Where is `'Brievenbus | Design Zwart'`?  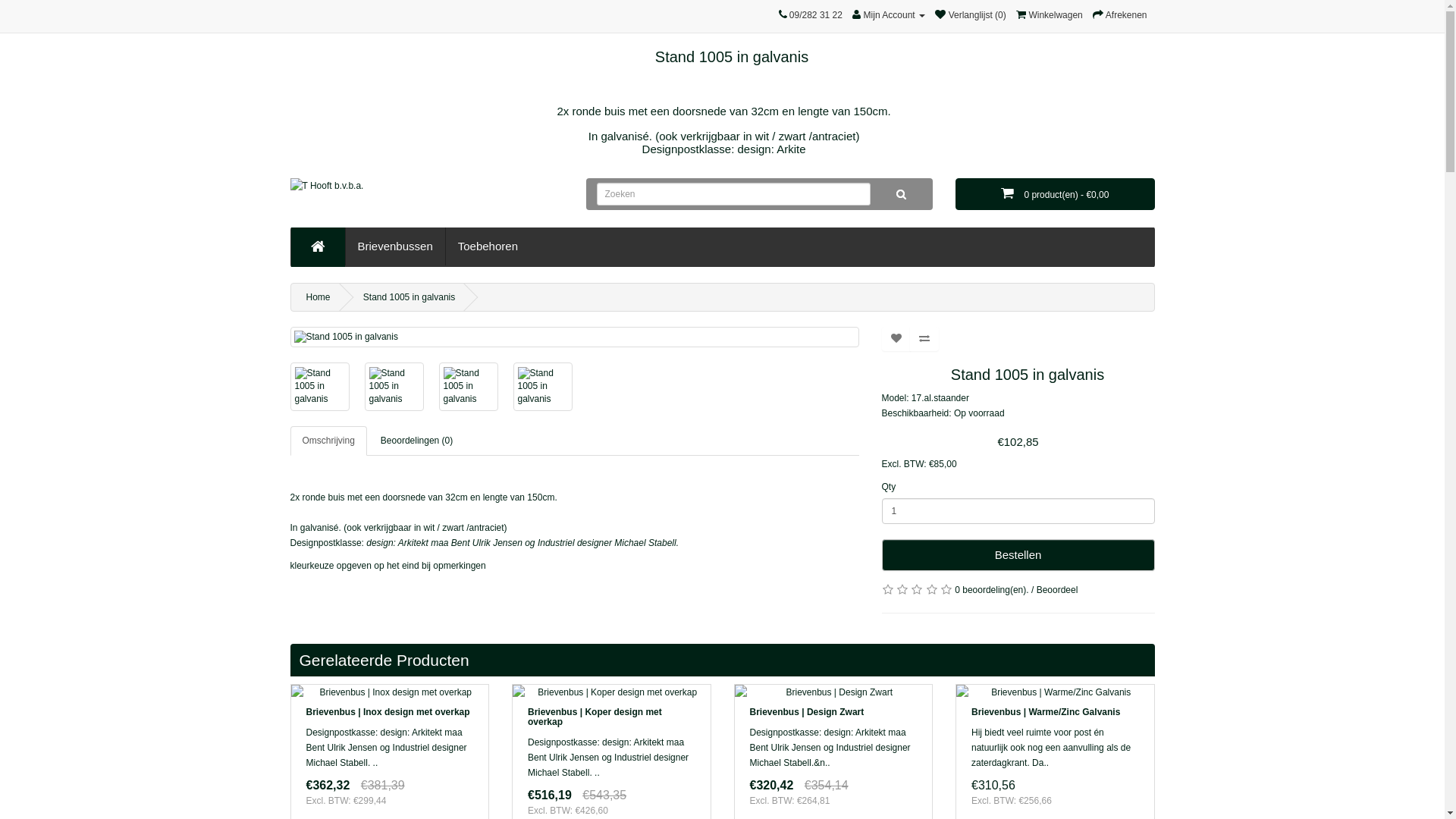 'Brievenbus | Design Zwart' is located at coordinates (805, 711).